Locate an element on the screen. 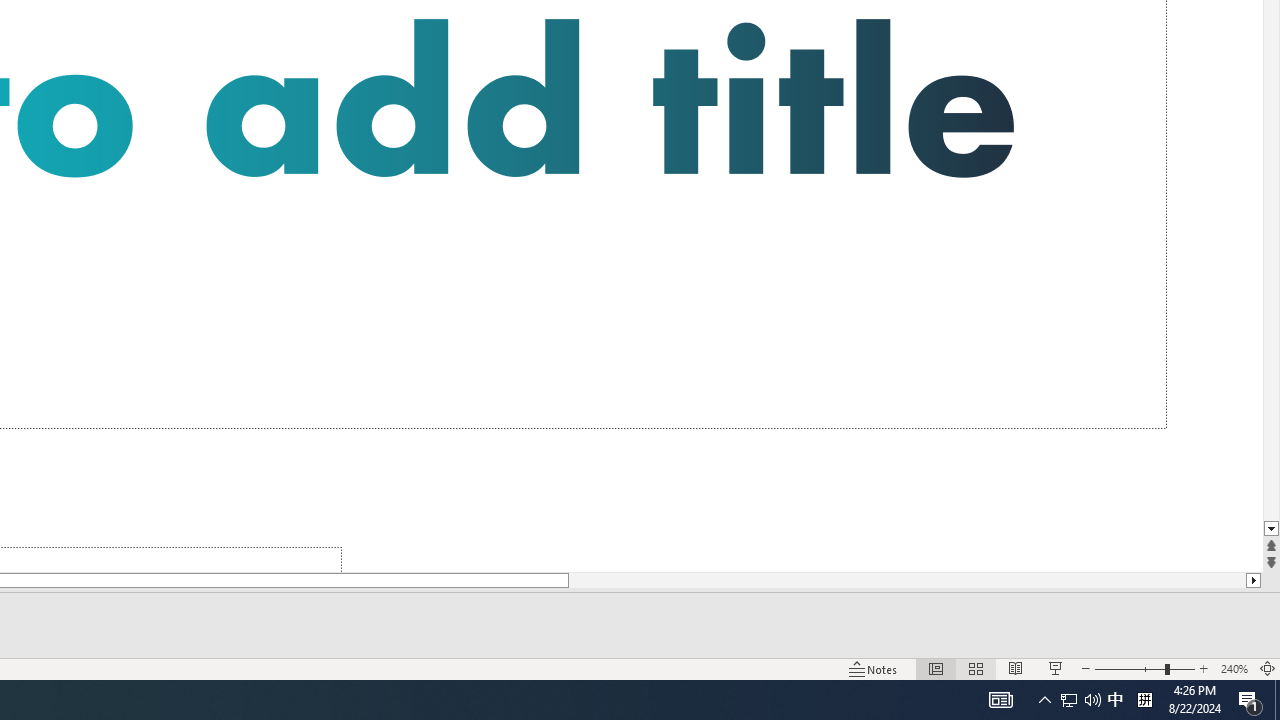  'Notes ' is located at coordinates (874, 669).